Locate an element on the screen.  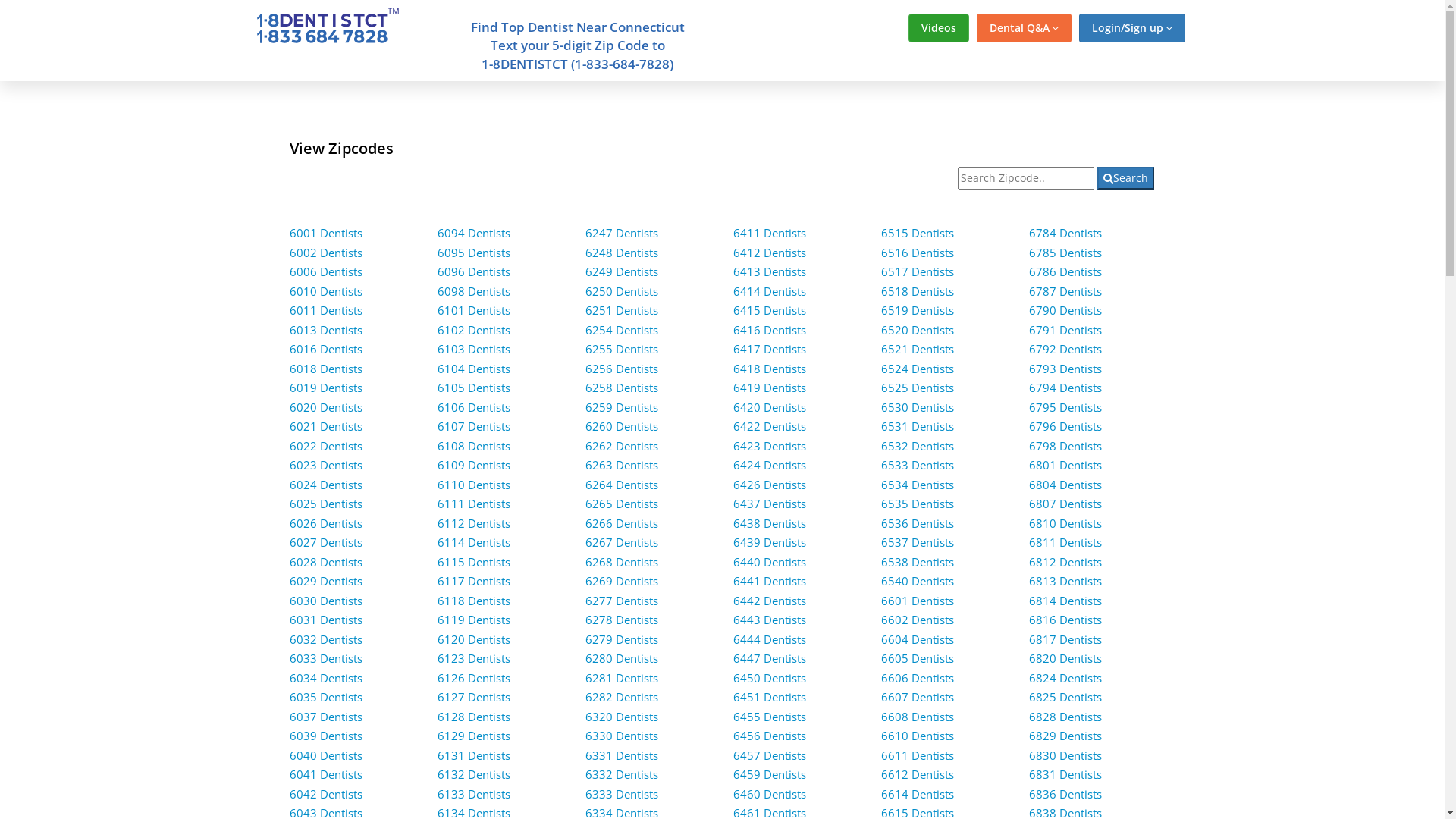
'6521 Dentists' is located at coordinates (916, 348).